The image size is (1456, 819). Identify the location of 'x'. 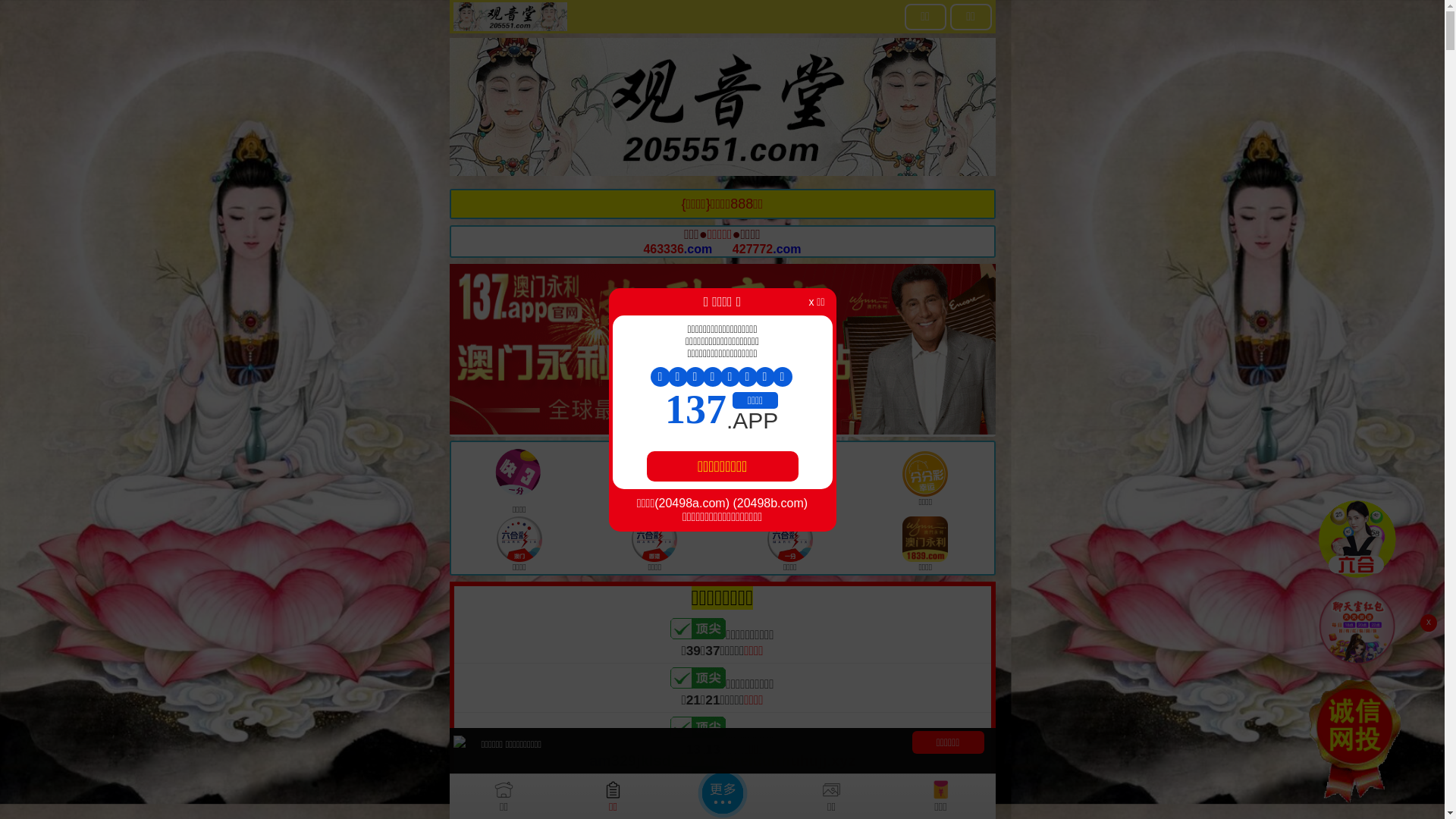
(1427, 623).